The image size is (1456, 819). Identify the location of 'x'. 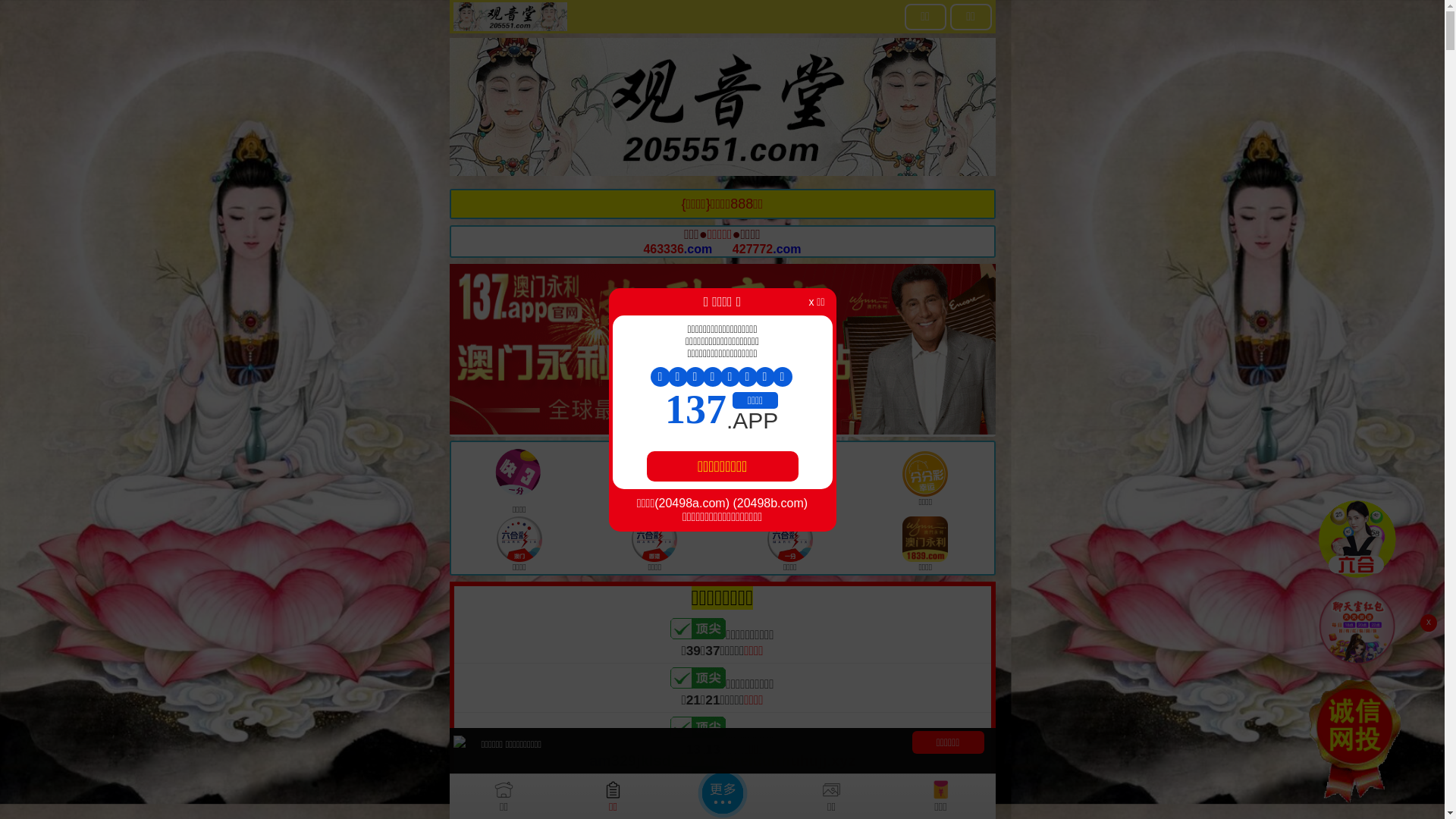
(1427, 623).